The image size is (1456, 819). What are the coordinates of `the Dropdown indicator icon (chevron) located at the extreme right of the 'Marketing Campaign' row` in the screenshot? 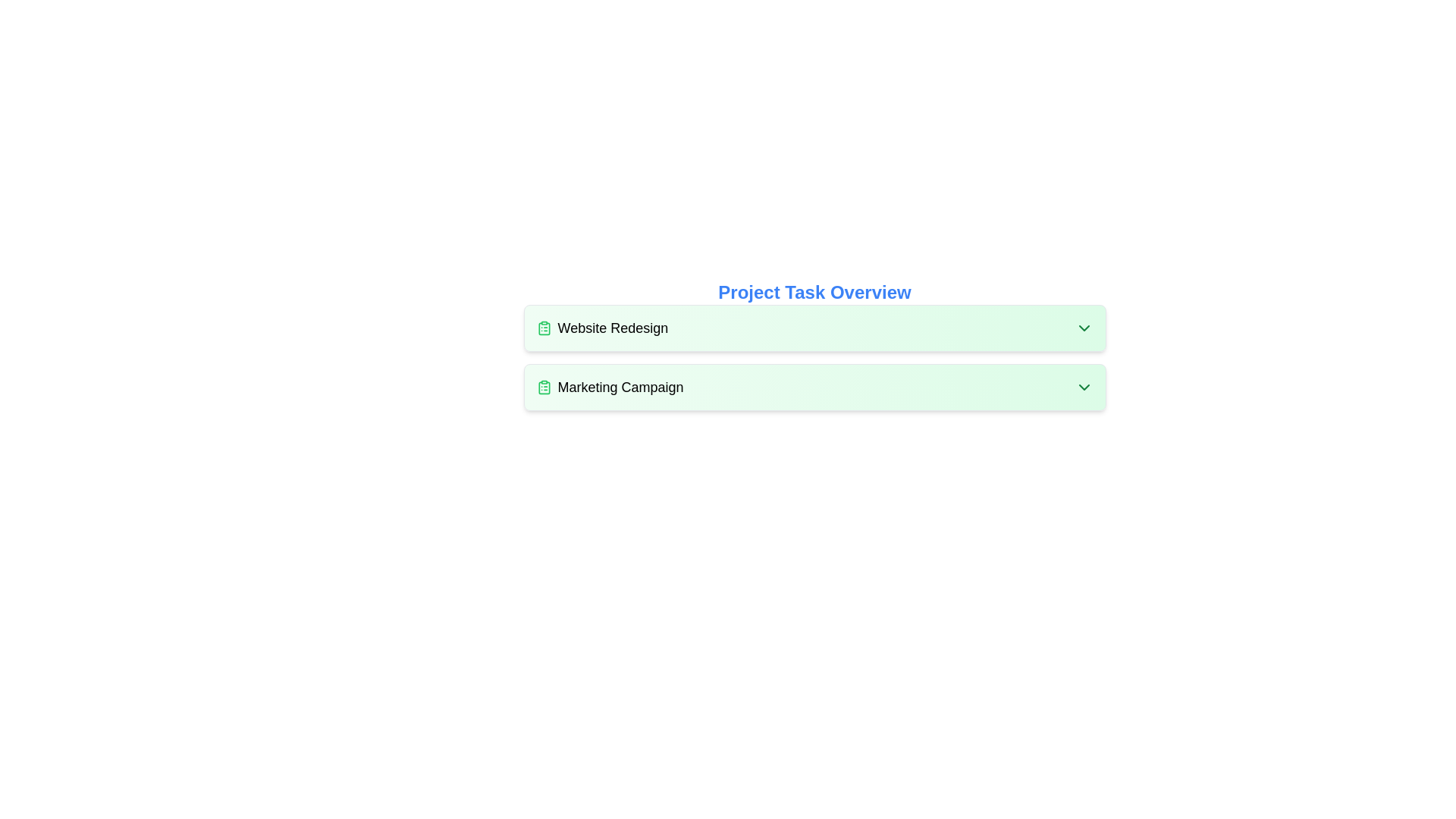 It's located at (1083, 386).